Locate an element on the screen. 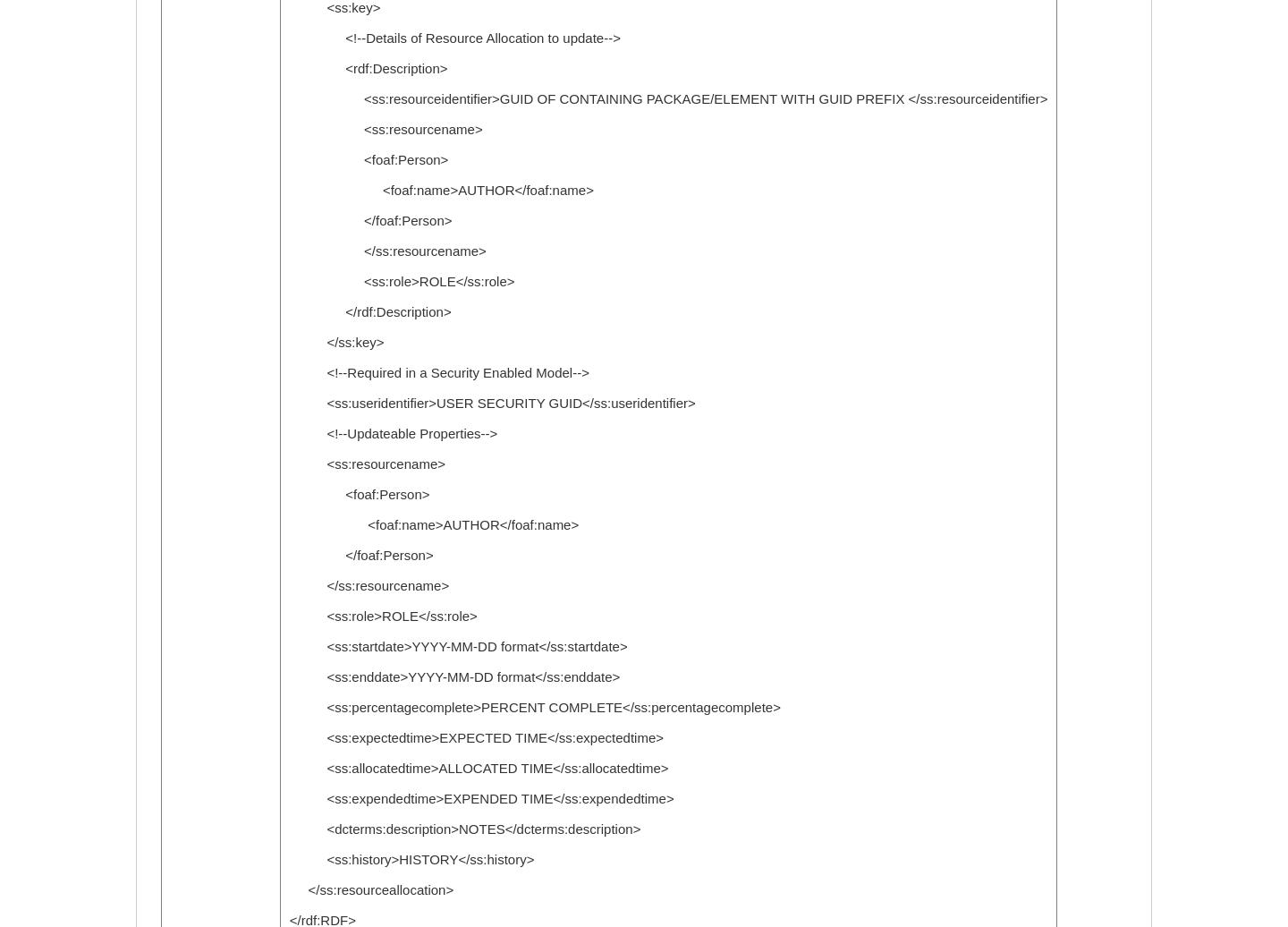 The image size is (1288, 927). '<ss:allocatedtime>ALLOCATED TIME</ss:allocatedtime>' is located at coordinates (288, 768).